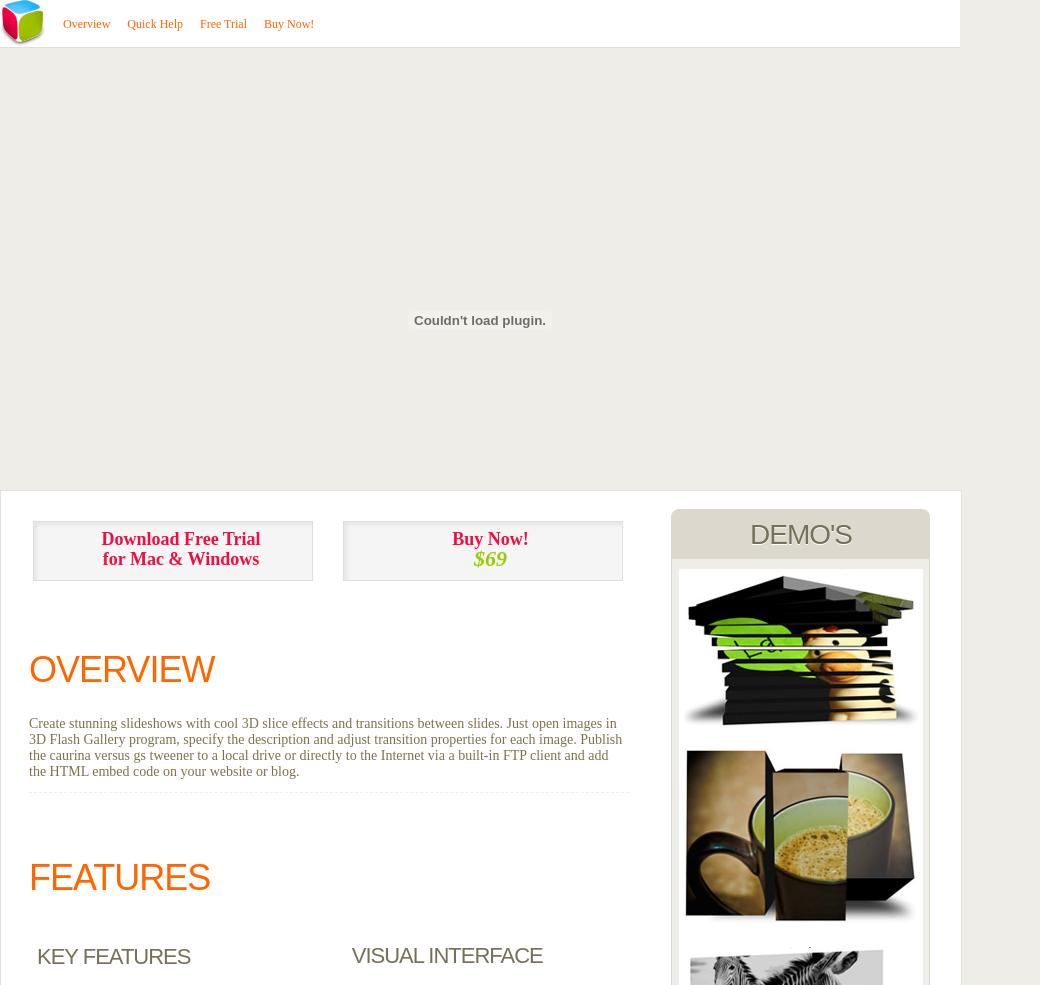  What do you see at coordinates (799, 534) in the screenshot?
I see `'DEMO's'` at bounding box center [799, 534].